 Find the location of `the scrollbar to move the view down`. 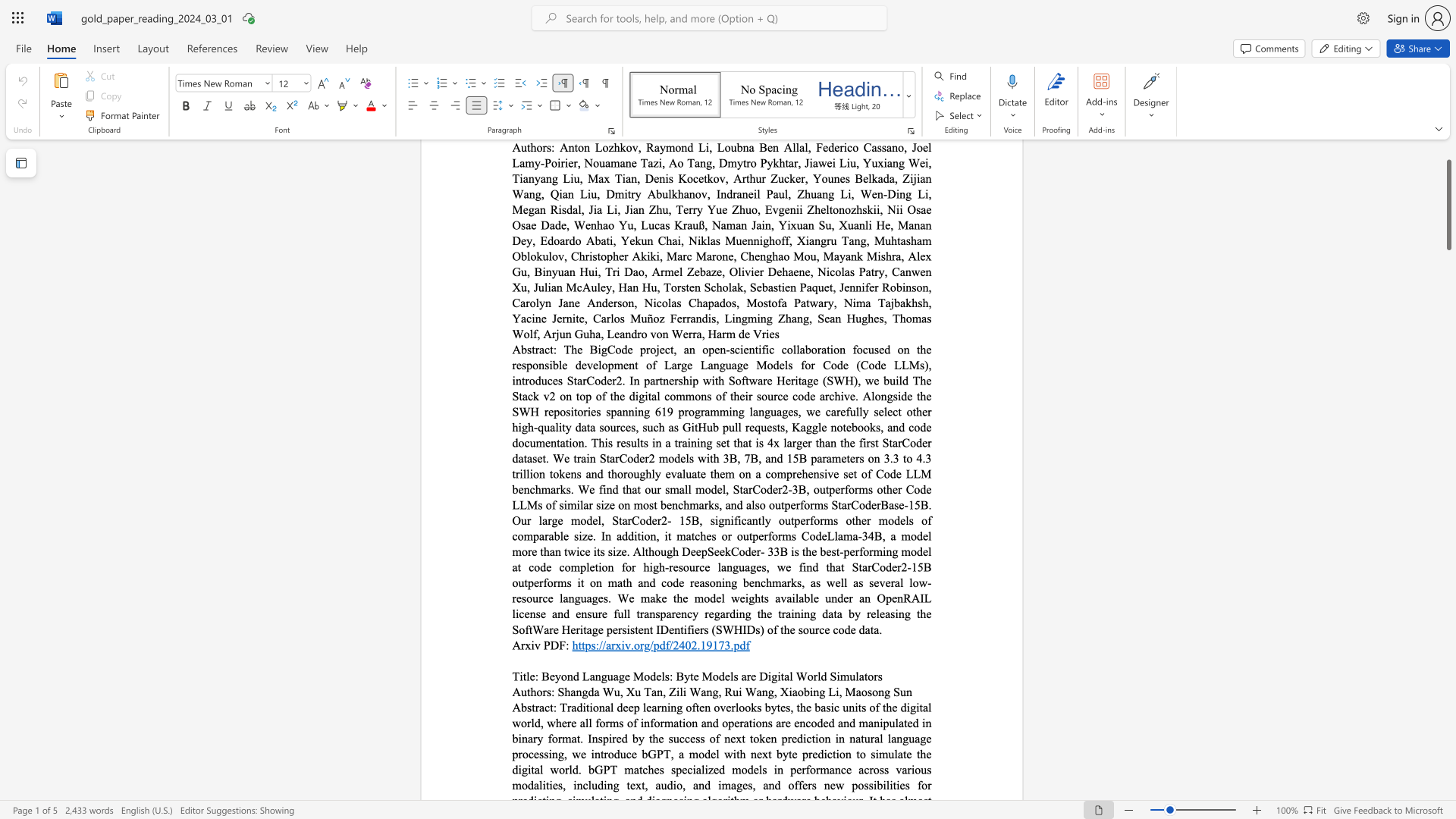

the scrollbar to move the view down is located at coordinates (1448, 341).